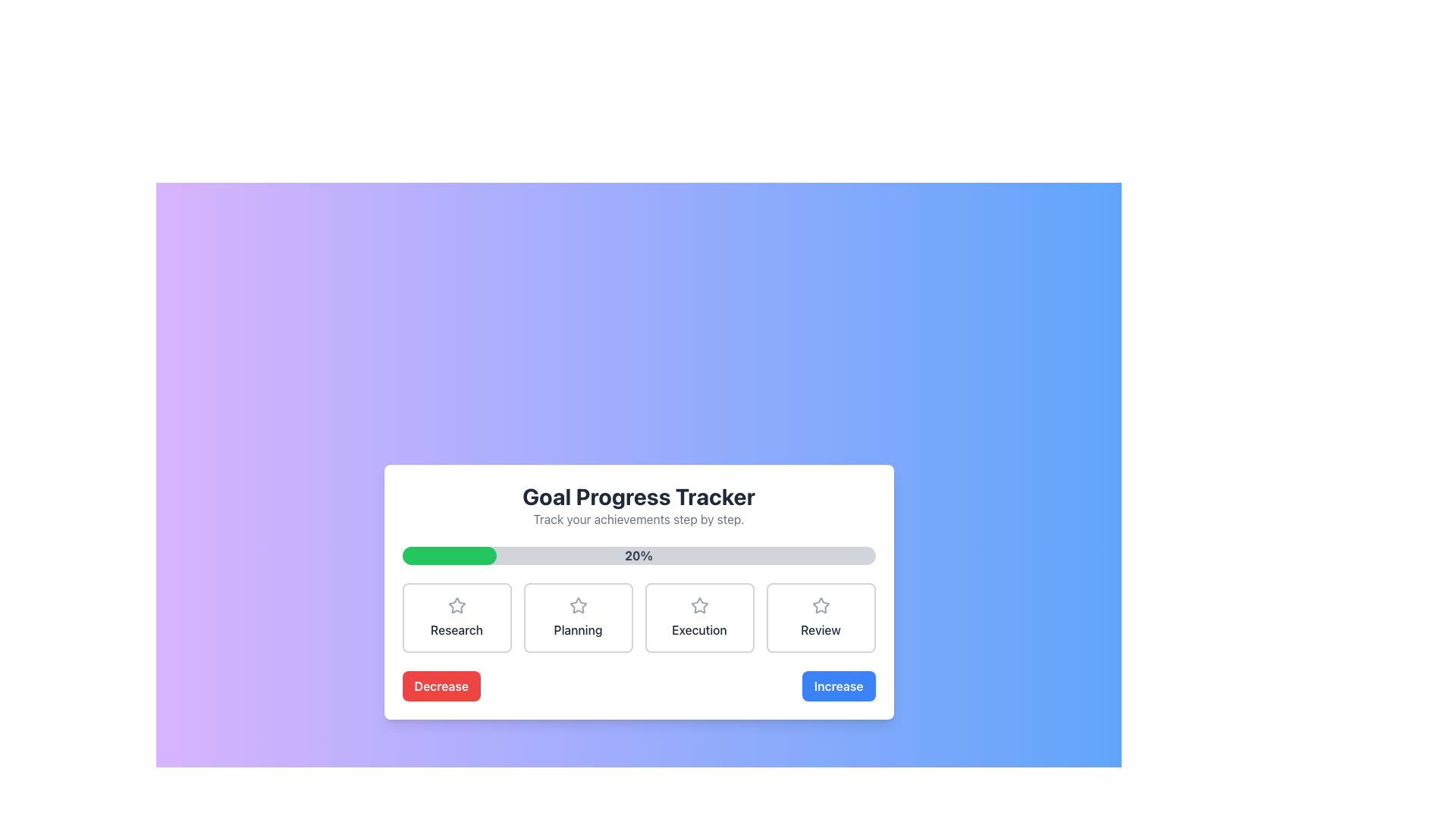 The height and width of the screenshot is (819, 1456). Describe the element at coordinates (820, 604) in the screenshot. I see `the fourth star icon in the 'Goal Progress Tracker' interface, which has a thin gray outline and is filled with white, located next to the text 'Review'` at that location.